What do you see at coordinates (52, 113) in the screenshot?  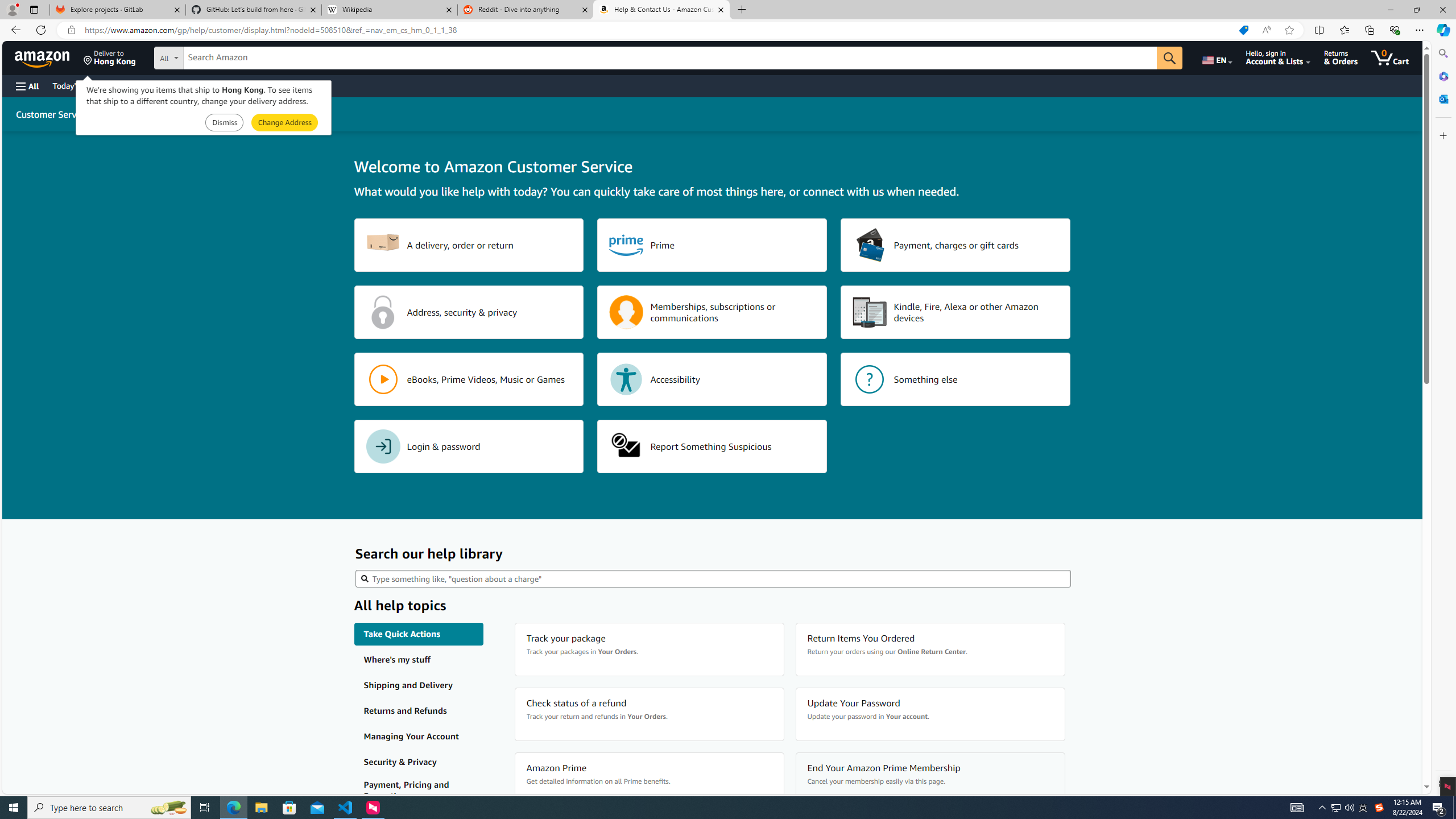 I see `'Customer Service'` at bounding box center [52, 113].